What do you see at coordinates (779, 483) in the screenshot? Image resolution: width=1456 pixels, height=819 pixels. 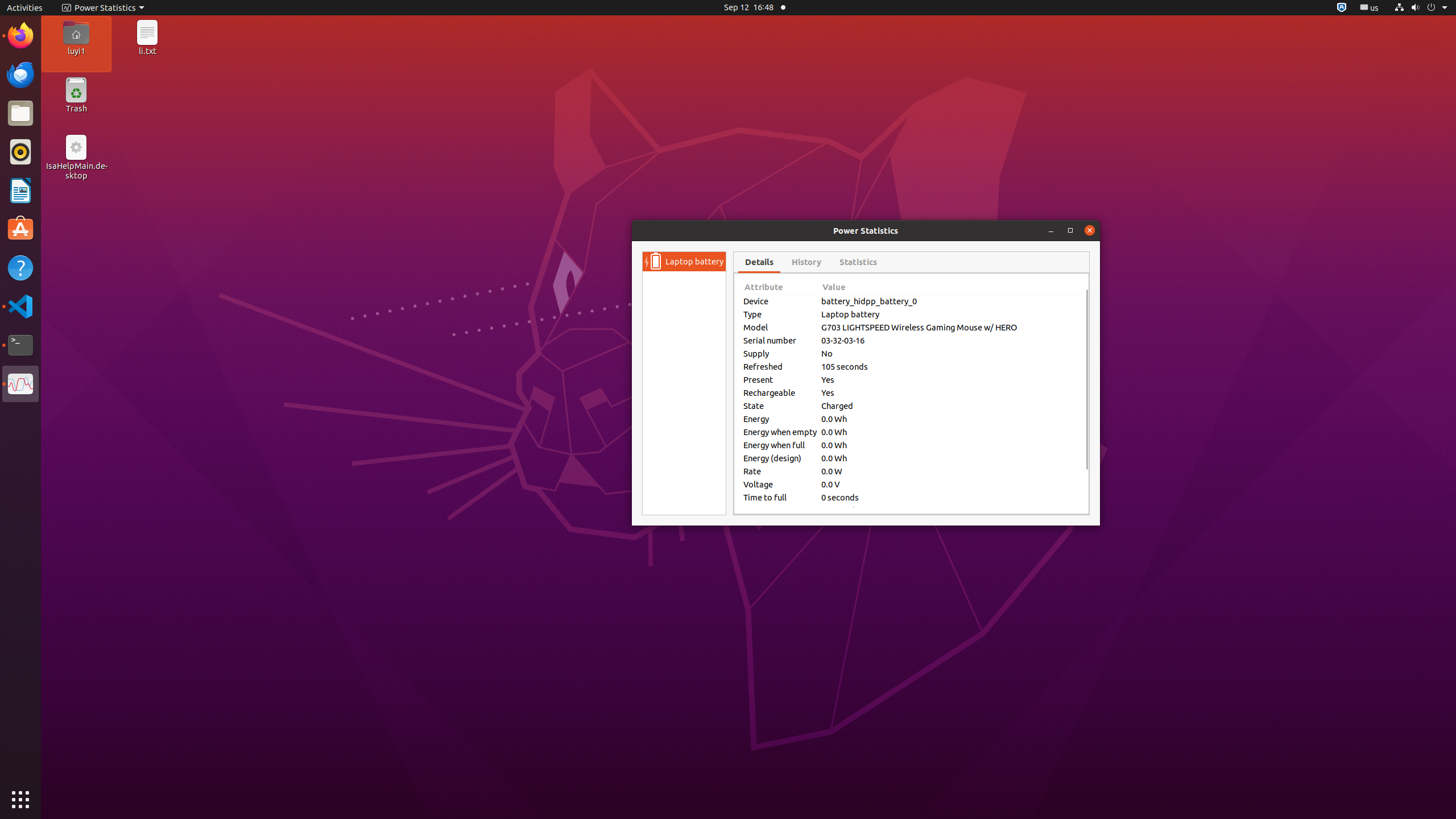 I see `'Voltage'` at bounding box center [779, 483].